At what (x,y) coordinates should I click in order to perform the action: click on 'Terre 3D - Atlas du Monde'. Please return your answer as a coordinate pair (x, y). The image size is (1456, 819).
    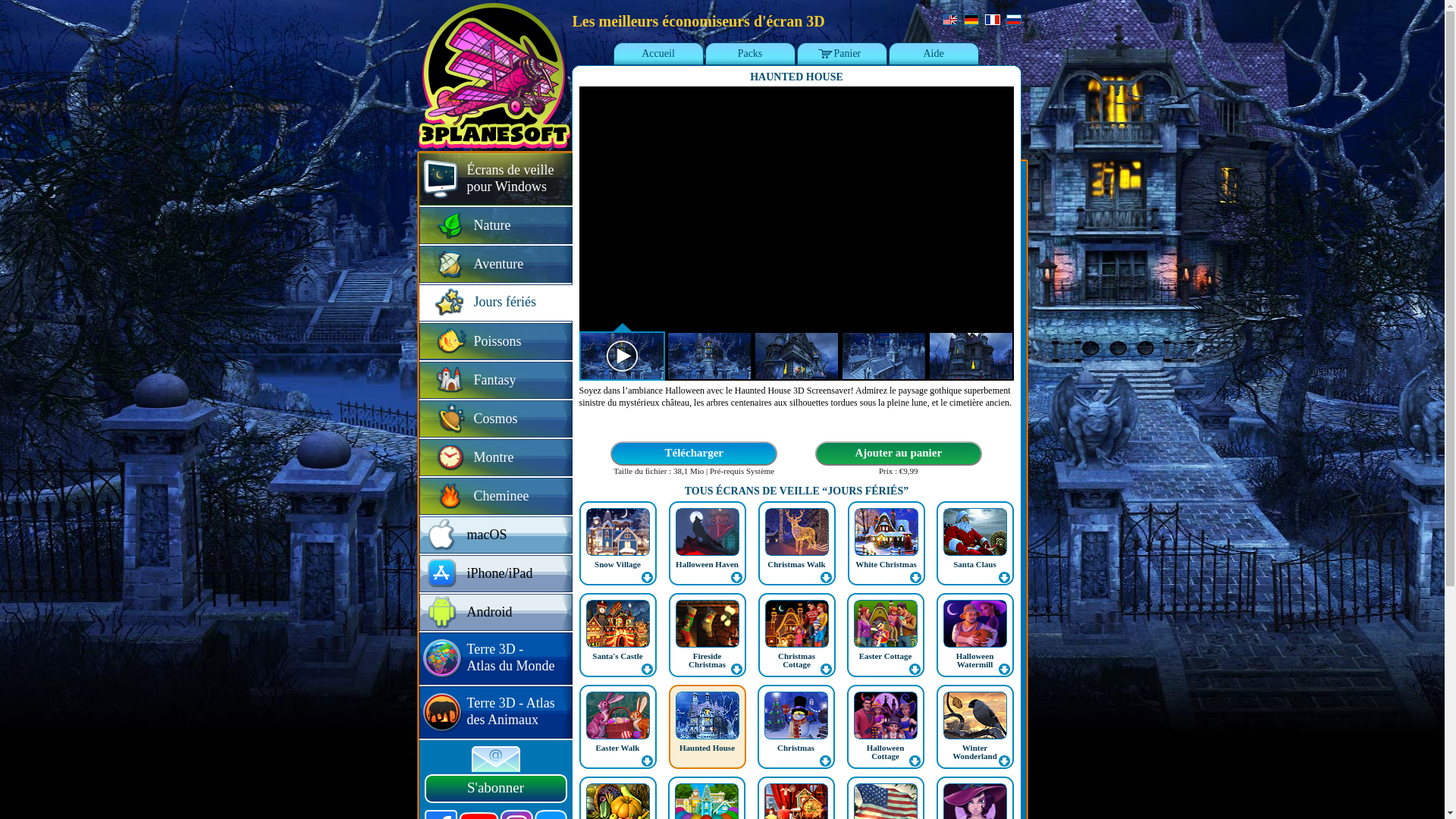
    Looking at the image, I should click on (494, 658).